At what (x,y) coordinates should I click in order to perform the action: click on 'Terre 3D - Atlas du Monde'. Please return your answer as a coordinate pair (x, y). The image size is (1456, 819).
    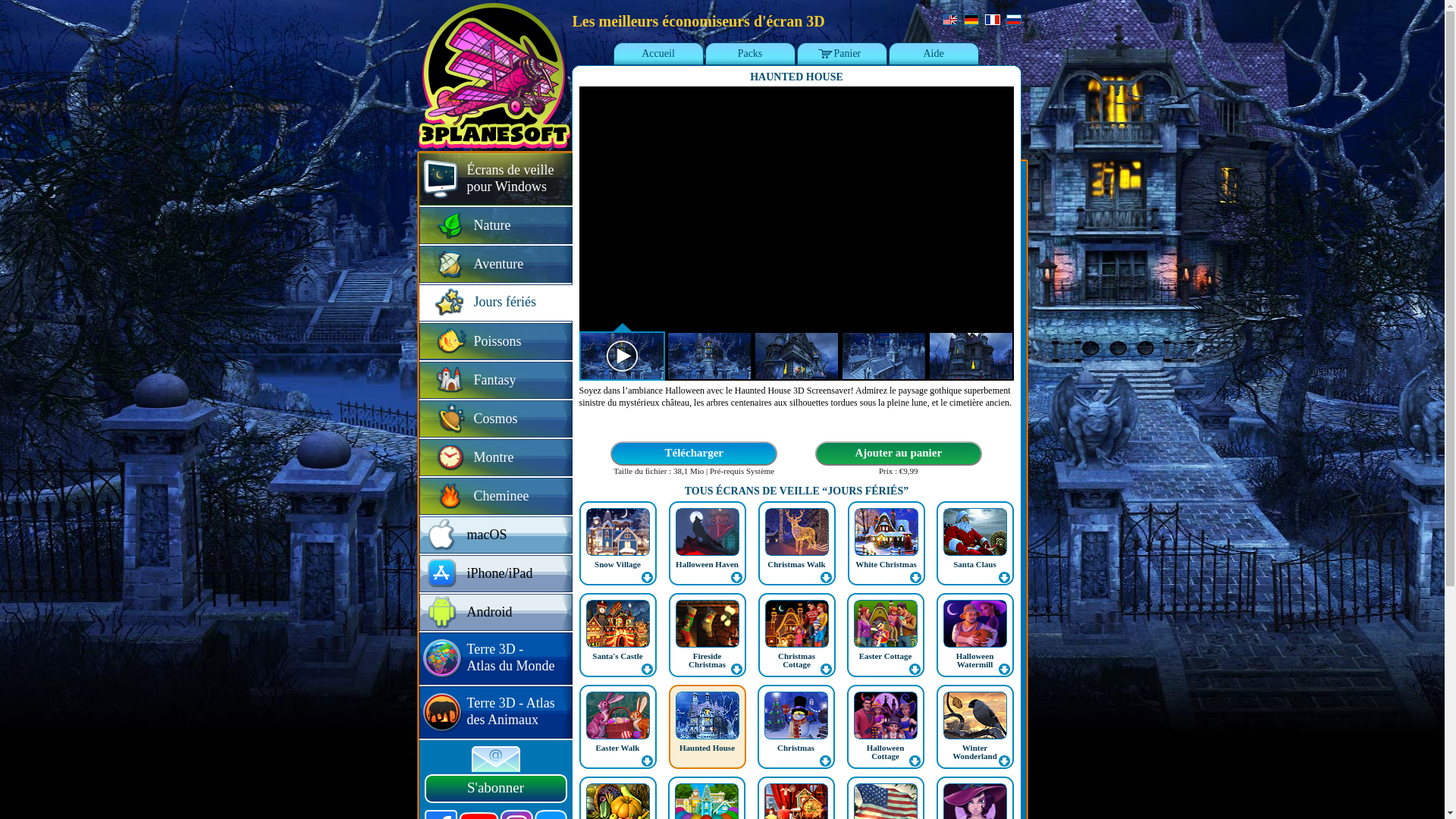
    Looking at the image, I should click on (494, 658).